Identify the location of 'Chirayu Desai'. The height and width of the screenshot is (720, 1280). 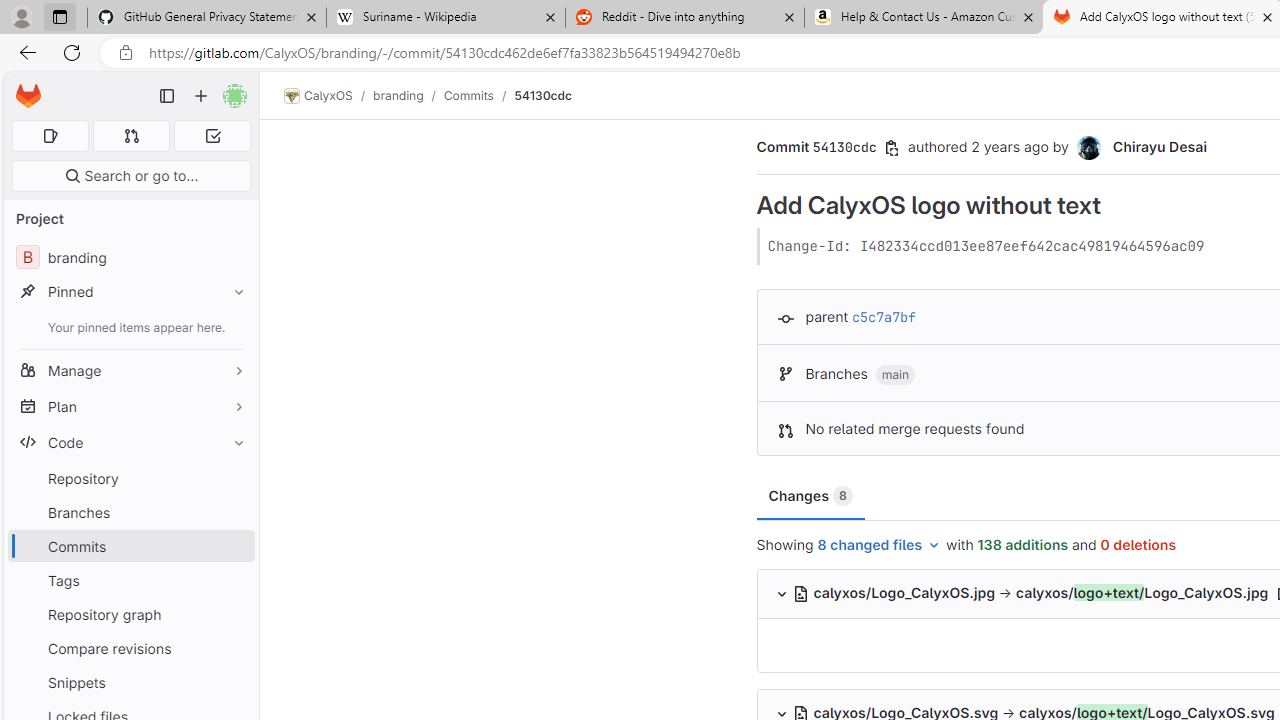
(1087, 147).